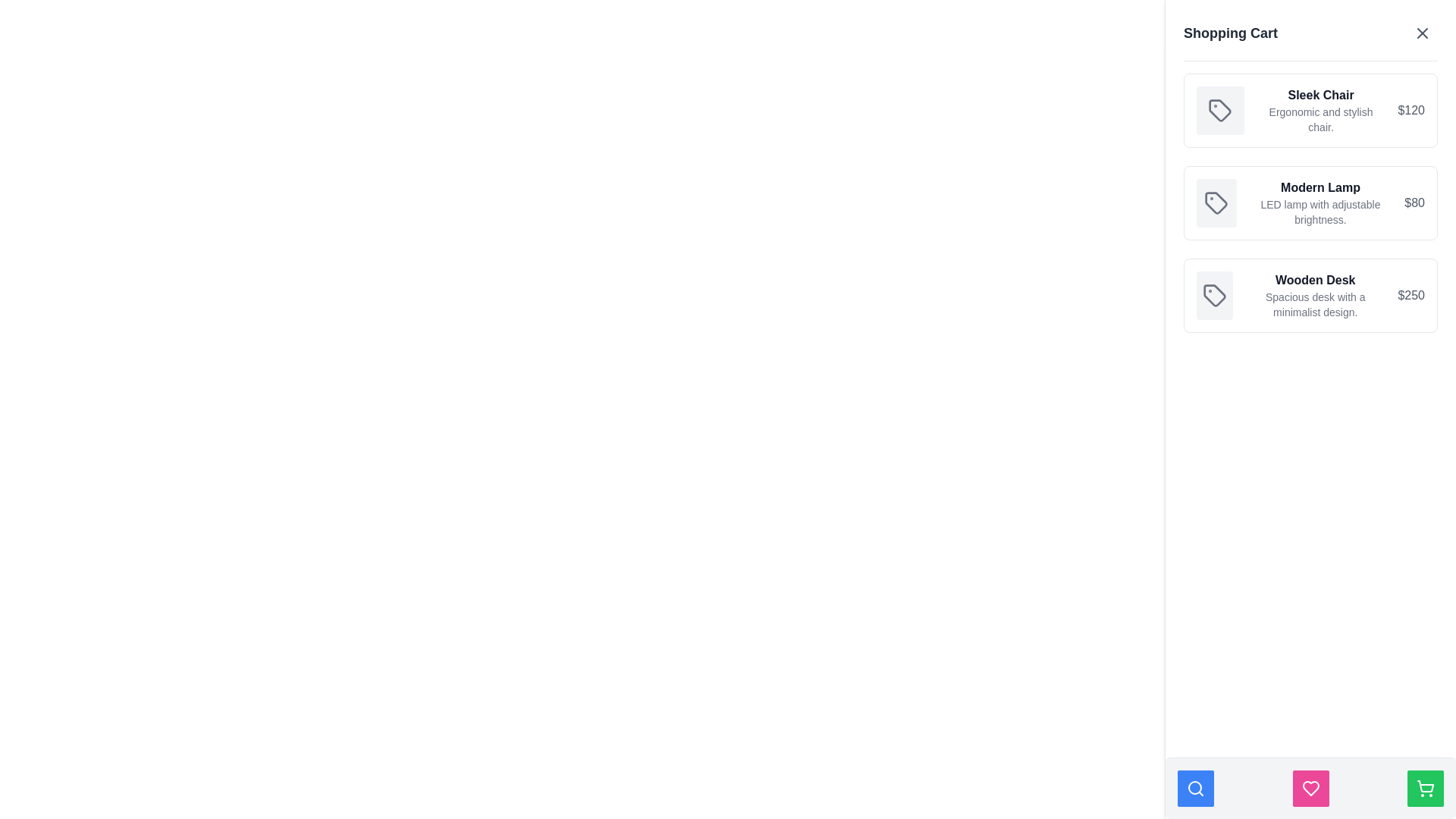  What do you see at coordinates (1320, 119) in the screenshot?
I see `the text display that reads 'Ergonomic and stylish chair', located below the title 'Sleek Chair' in the list item` at bounding box center [1320, 119].